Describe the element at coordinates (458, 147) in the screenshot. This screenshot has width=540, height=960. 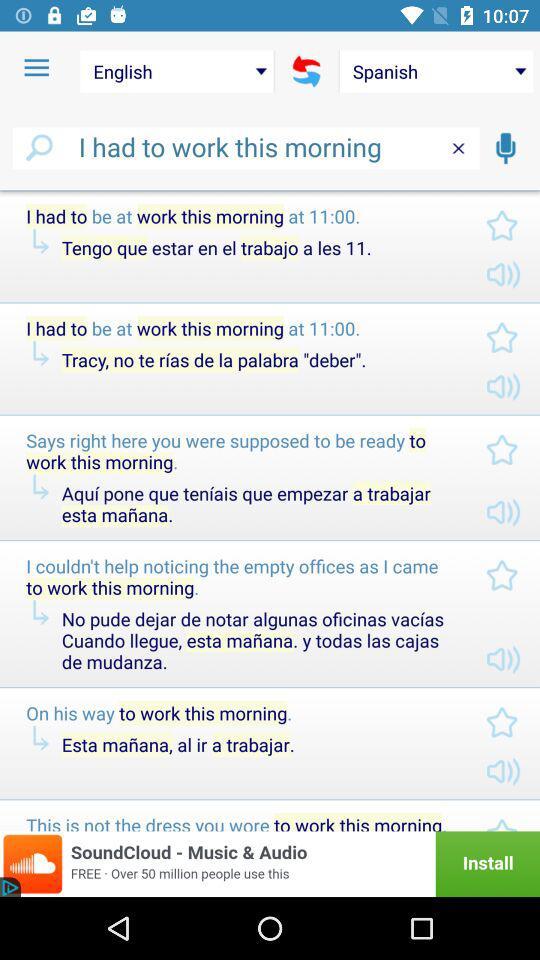
I see `clear text` at that location.